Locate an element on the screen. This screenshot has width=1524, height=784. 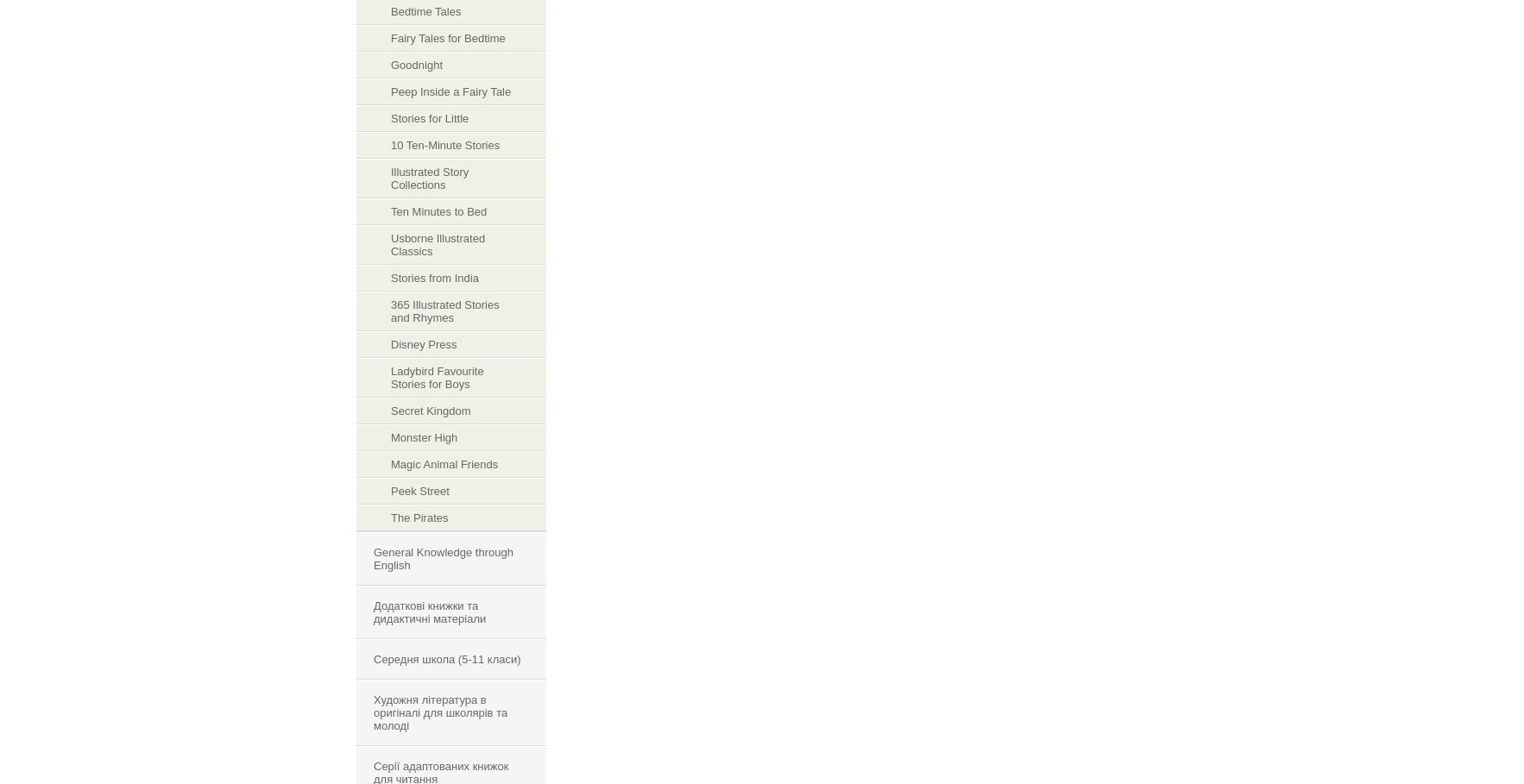
'Illustrated Story Collections' is located at coordinates (430, 178).